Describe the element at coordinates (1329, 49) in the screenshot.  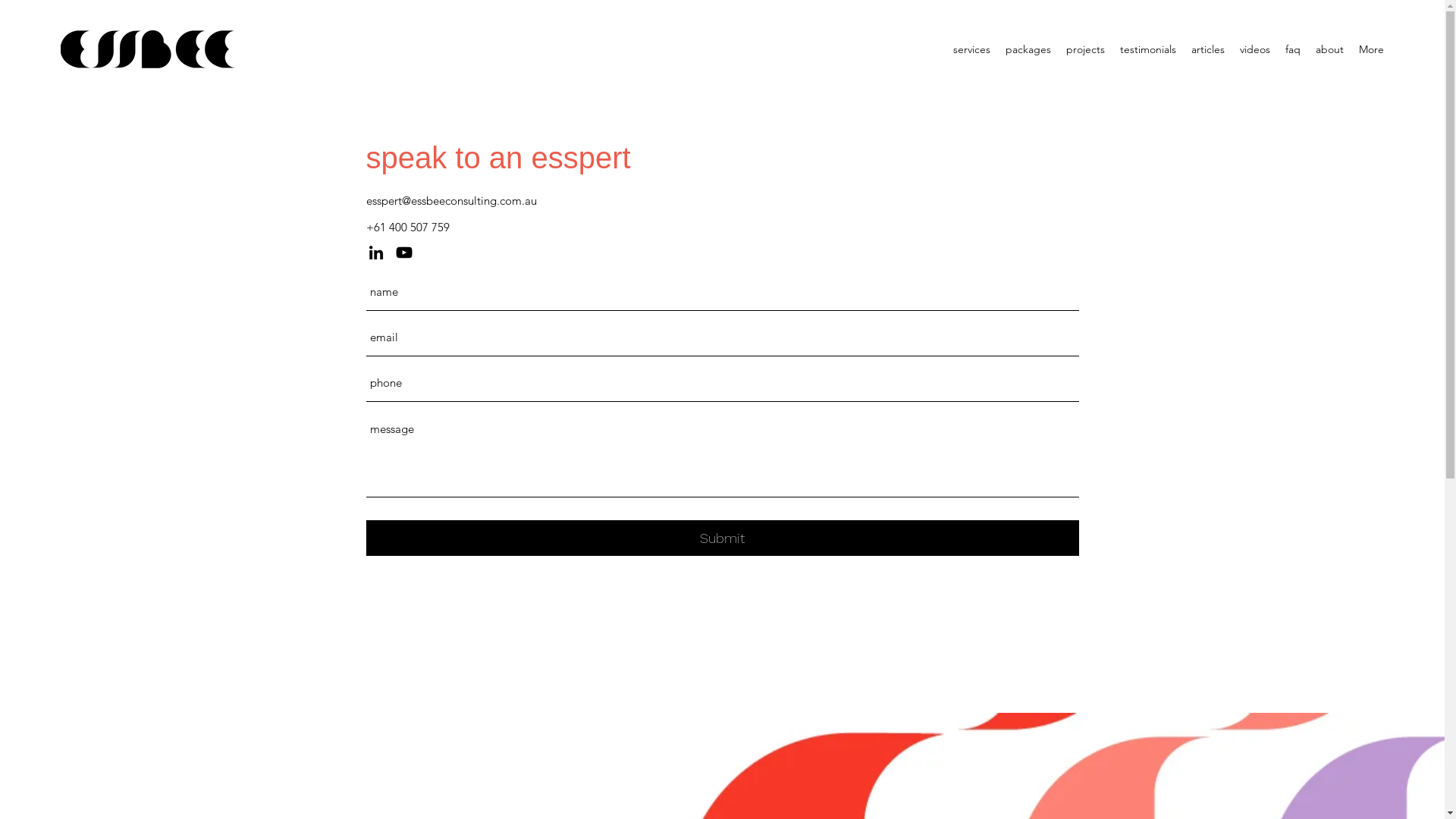
I see `'about'` at that location.